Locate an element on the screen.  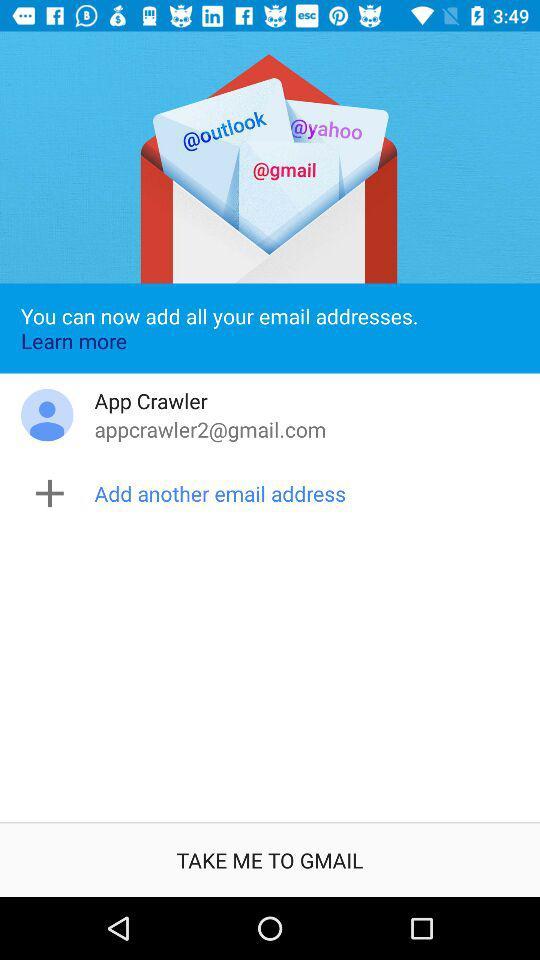
take me to app is located at coordinates (270, 859).